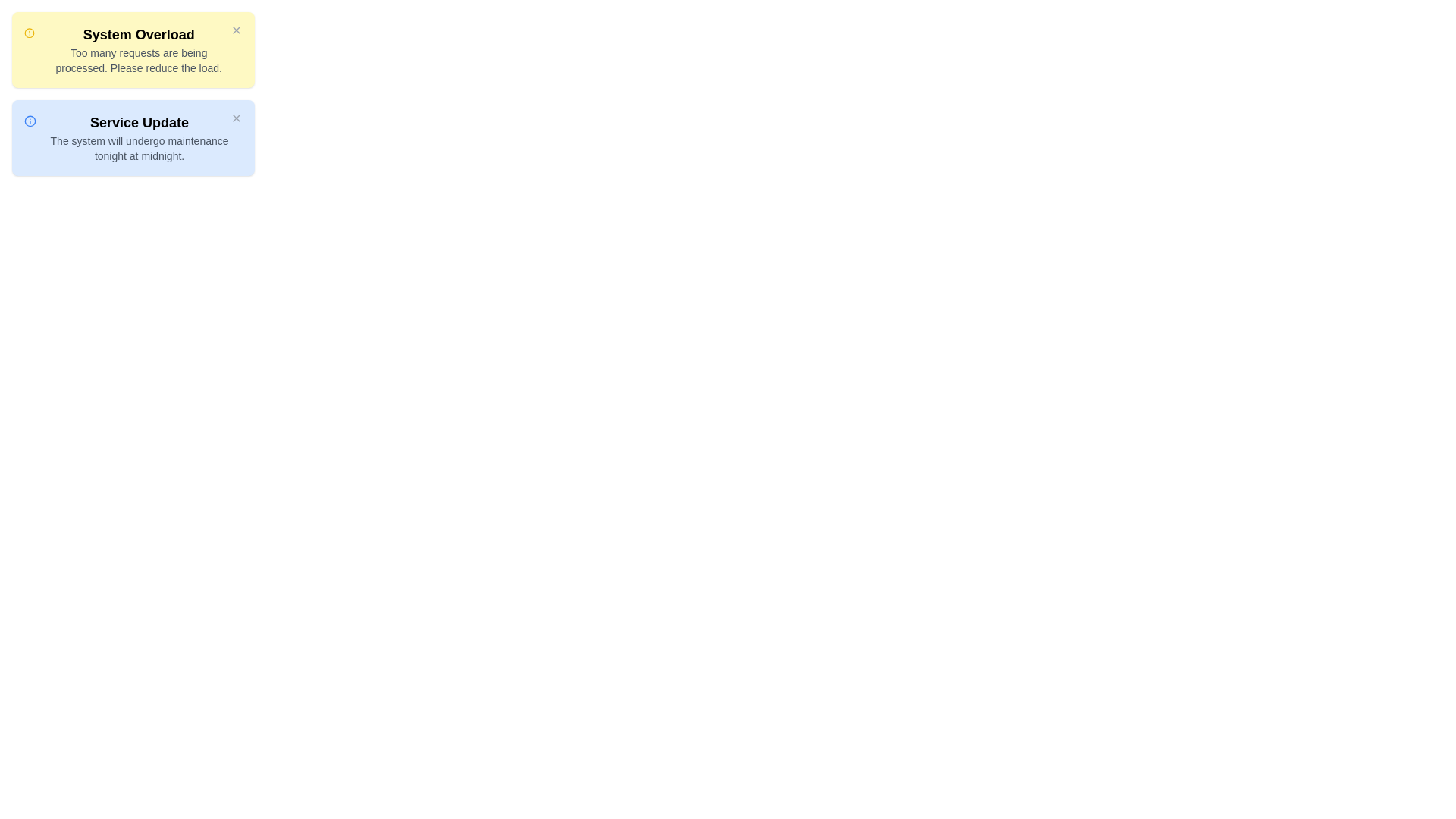 The width and height of the screenshot is (1456, 819). Describe the element at coordinates (30, 33) in the screenshot. I see `the warning icon located in the top-left corner of the yellow 'System Overload' notification, which indicates a cautionary message` at that location.